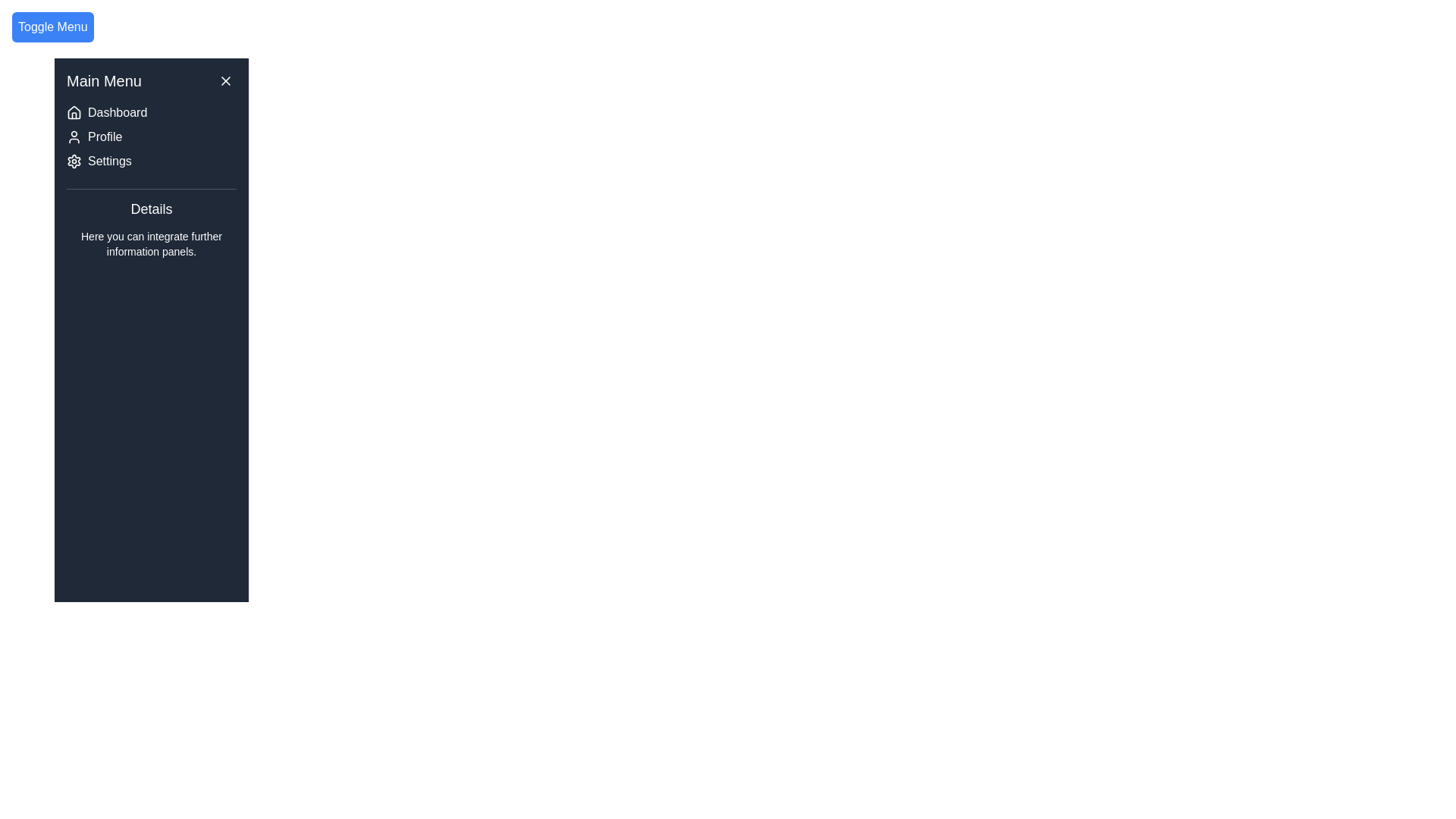  I want to click on the close button located in the top-right corner of the sidebar, aligned with the title 'Main Menu', so click(224, 81).